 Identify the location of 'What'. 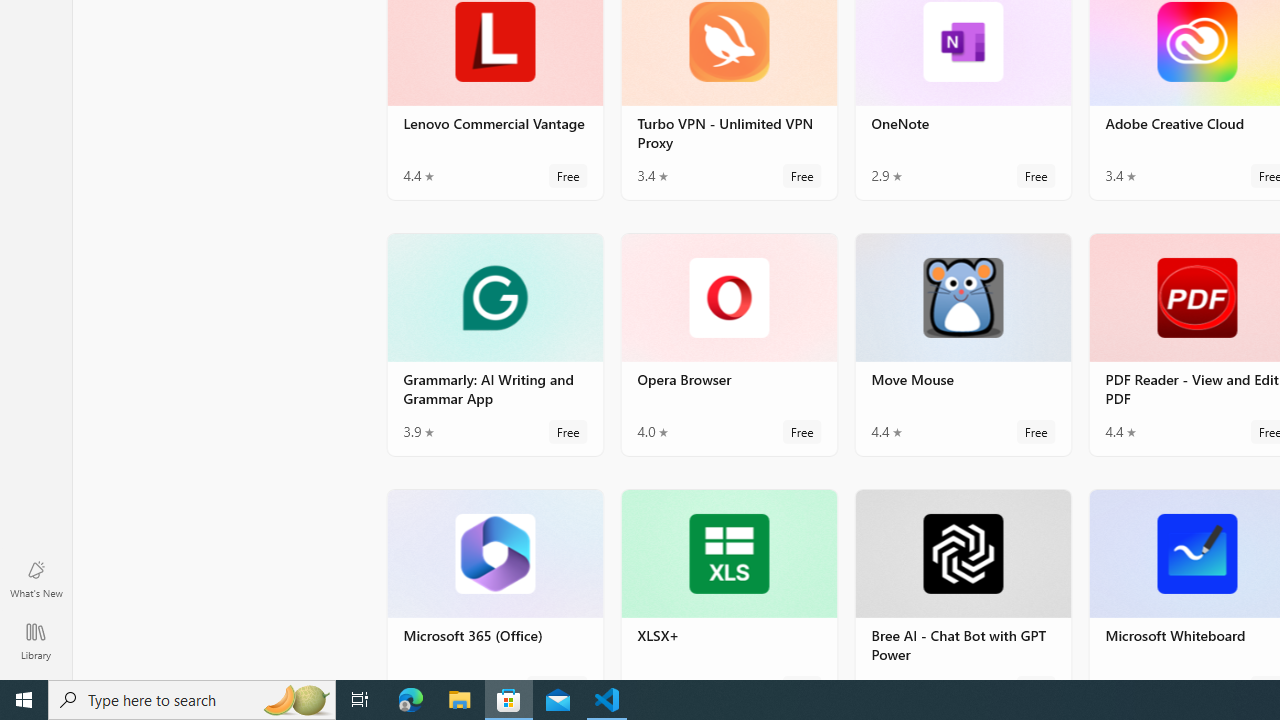
(35, 578).